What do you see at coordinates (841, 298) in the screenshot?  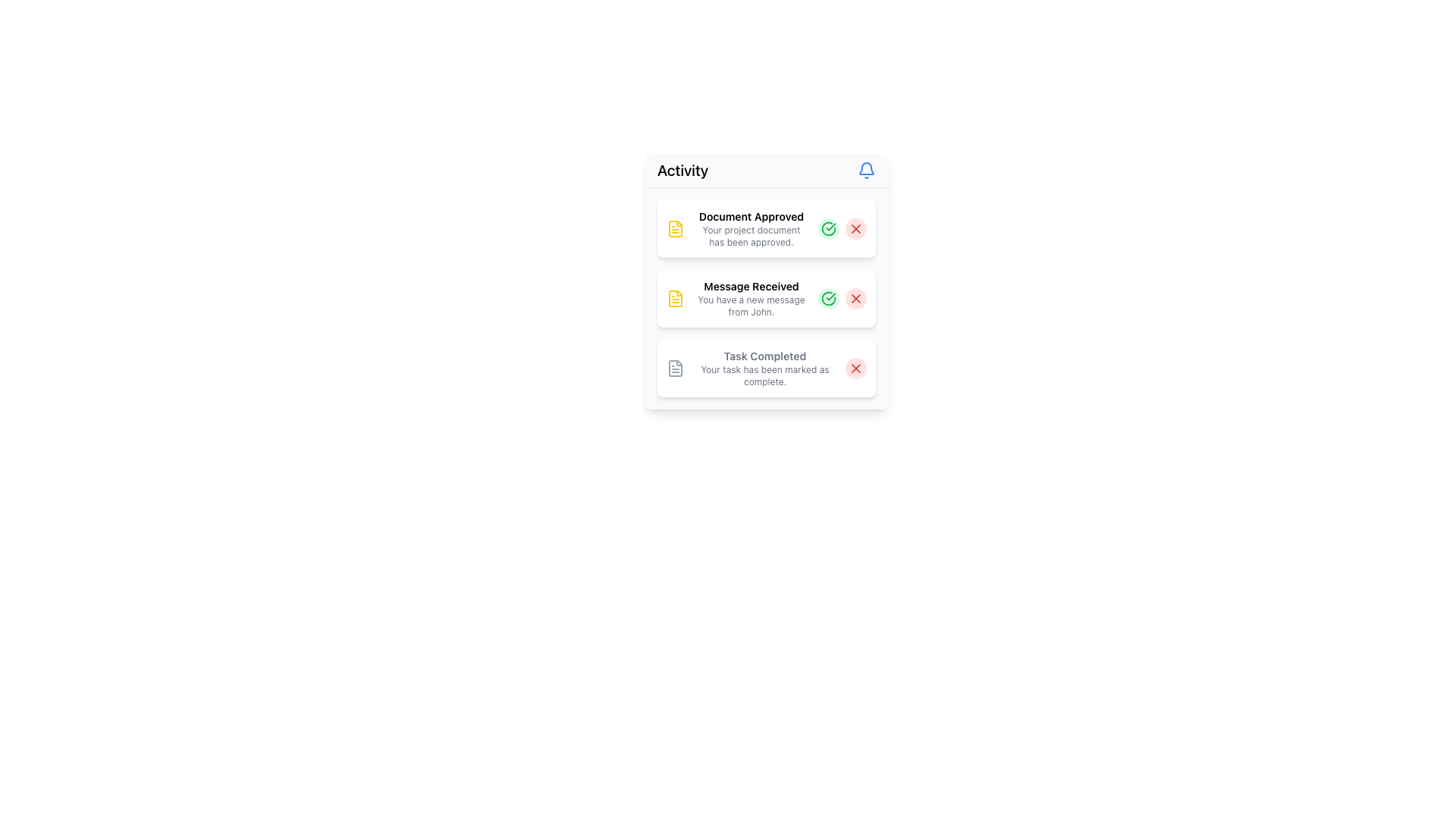 I see `the grouped UI element containing two interactive buttons, which includes a green checkmark button and a red cross button` at bounding box center [841, 298].